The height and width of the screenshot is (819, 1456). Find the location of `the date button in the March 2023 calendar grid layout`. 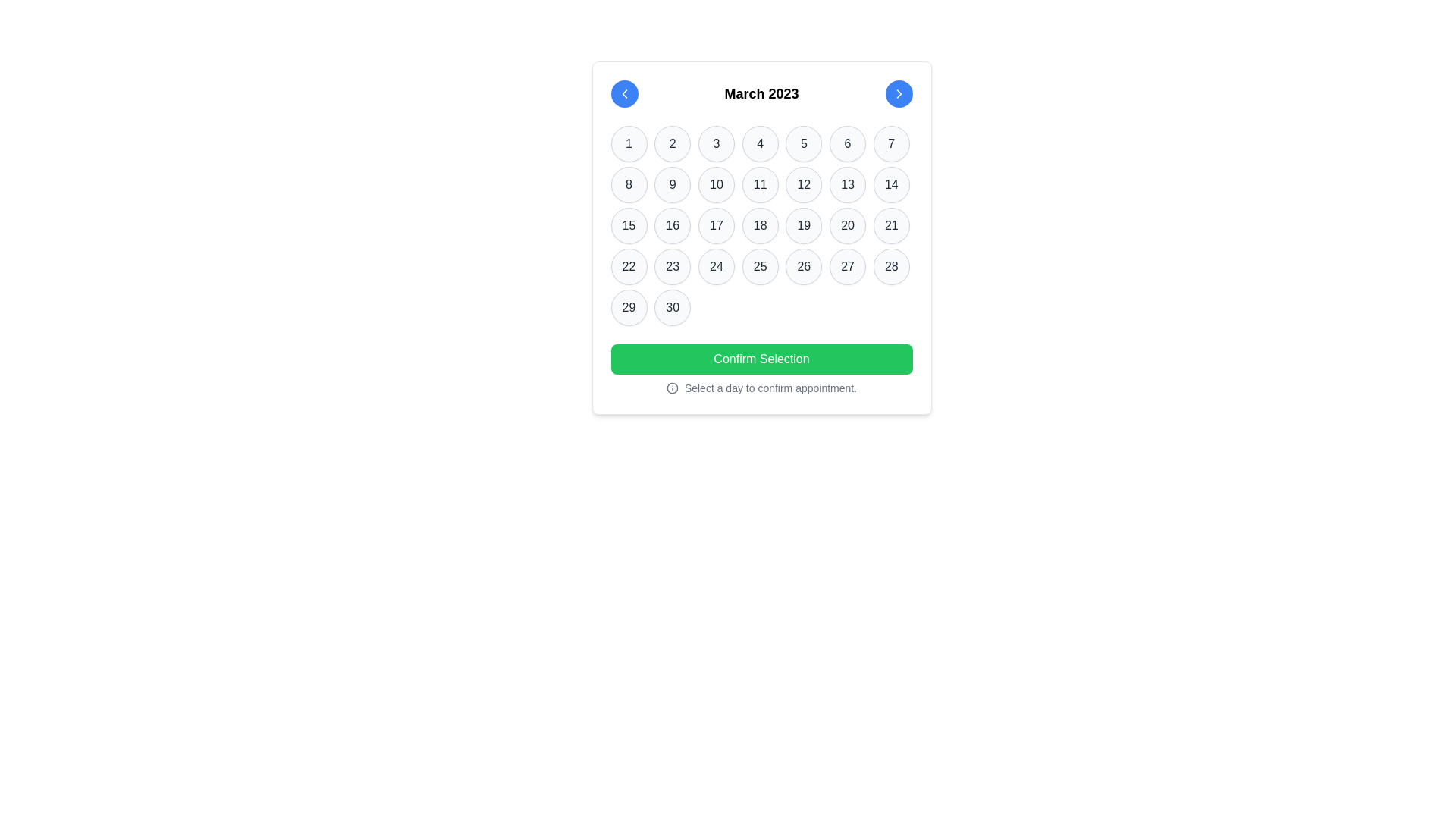

the date button in the March 2023 calendar grid layout is located at coordinates (761, 225).